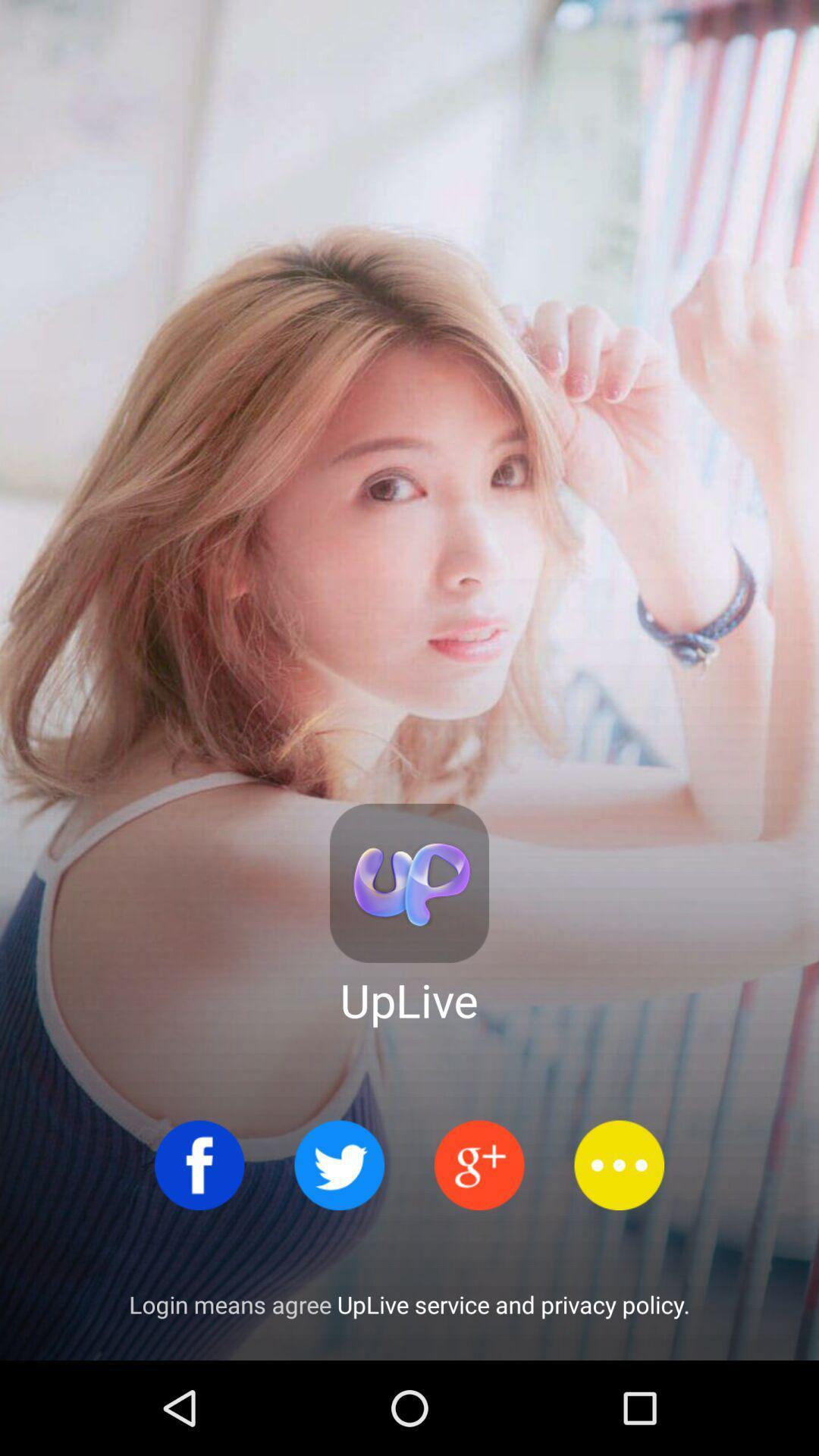  What do you see at coordinates (619, 1164) in the screenshot?
I see `the more icon` at bounding box center [619, 1164].